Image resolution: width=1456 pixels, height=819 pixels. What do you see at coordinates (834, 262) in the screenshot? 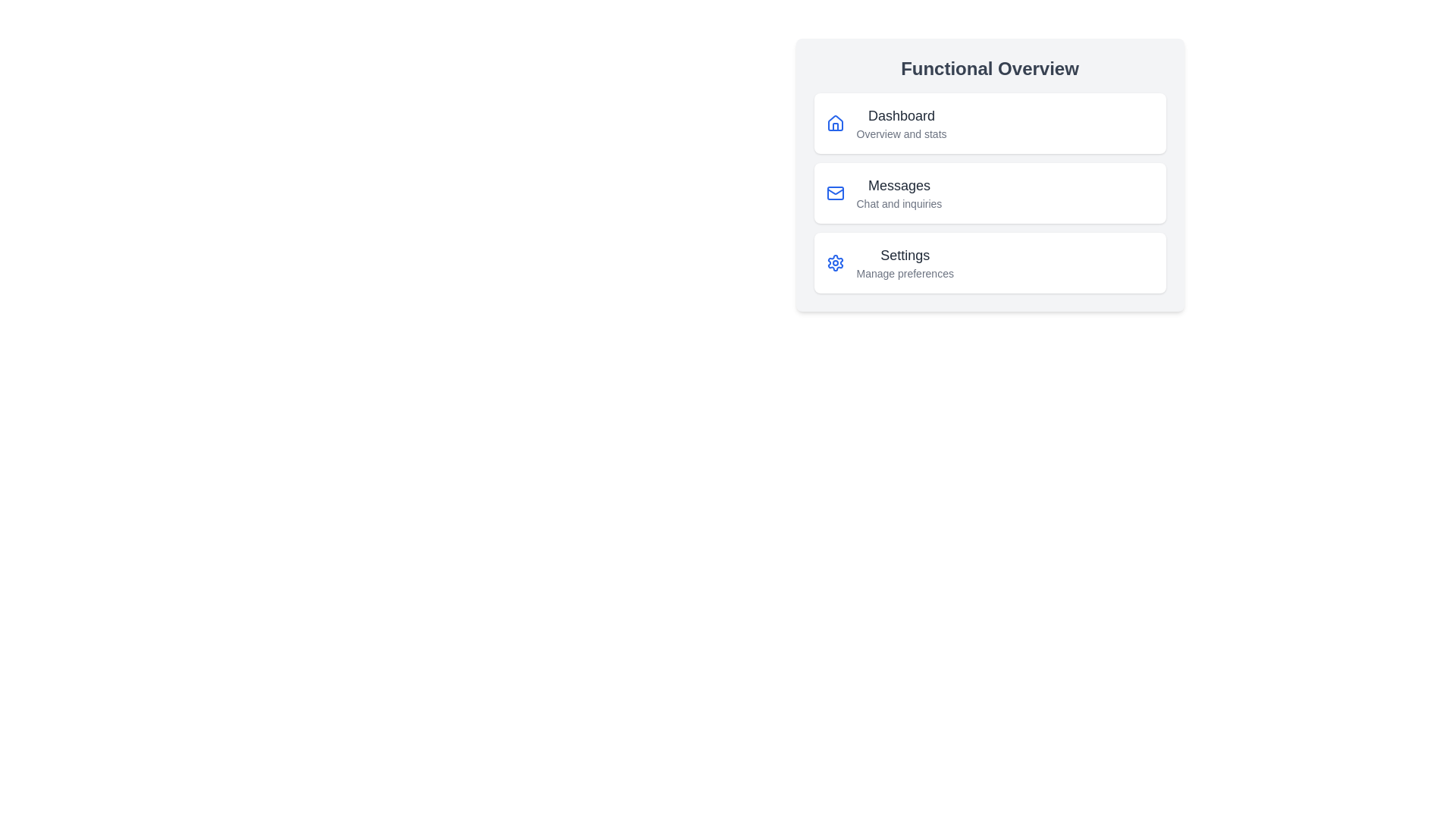
I see `the blue gear-shaped icon located to the left of the 'Settings' text within the 'Settings' card` at bounding box center [834, 262].